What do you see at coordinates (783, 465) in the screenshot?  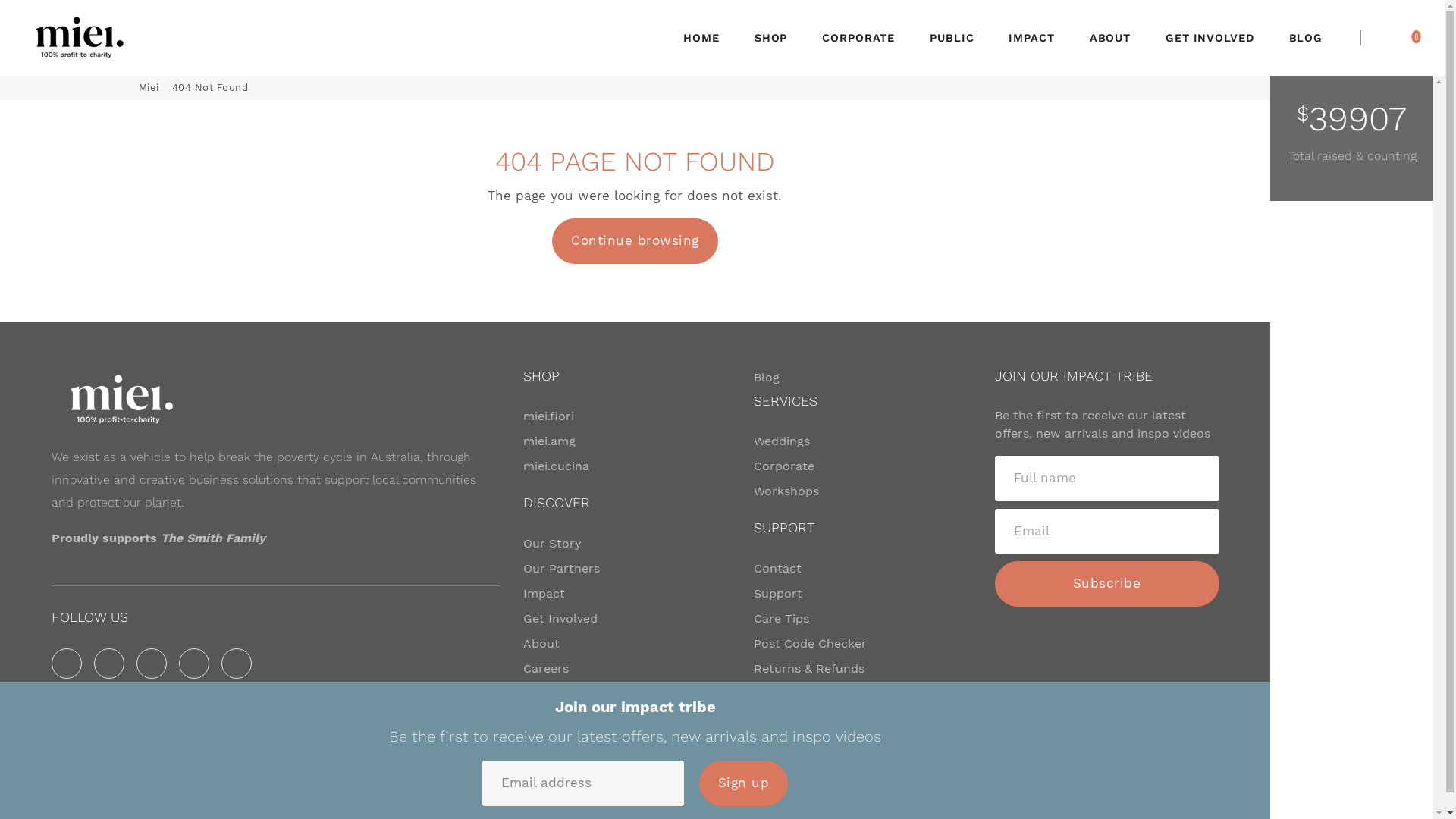 I see `'Corporate'` at bounding box center [783, 465].